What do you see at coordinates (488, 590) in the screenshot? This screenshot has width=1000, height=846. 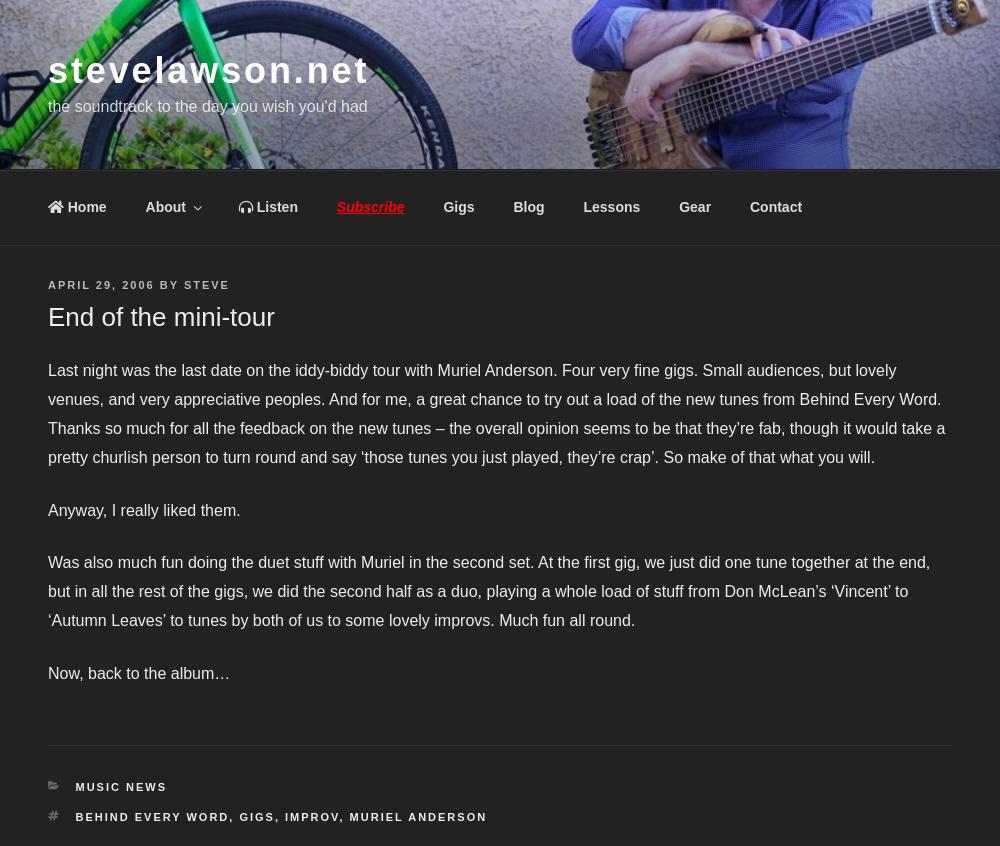 I see `'Was also much fun doing the duet stuff with Muriel in the second set. At the first gig, we just did one tune together at the end, but in all the rest of the gigs, we did the second half as a duo, playing a whole load of stuff from Don McLean’s ‘Vincent’ to ‘Autumn Leaves’ to tunes by both of us to some lovely improvs. Much fun all round.'` at bounding box center [488, 590].